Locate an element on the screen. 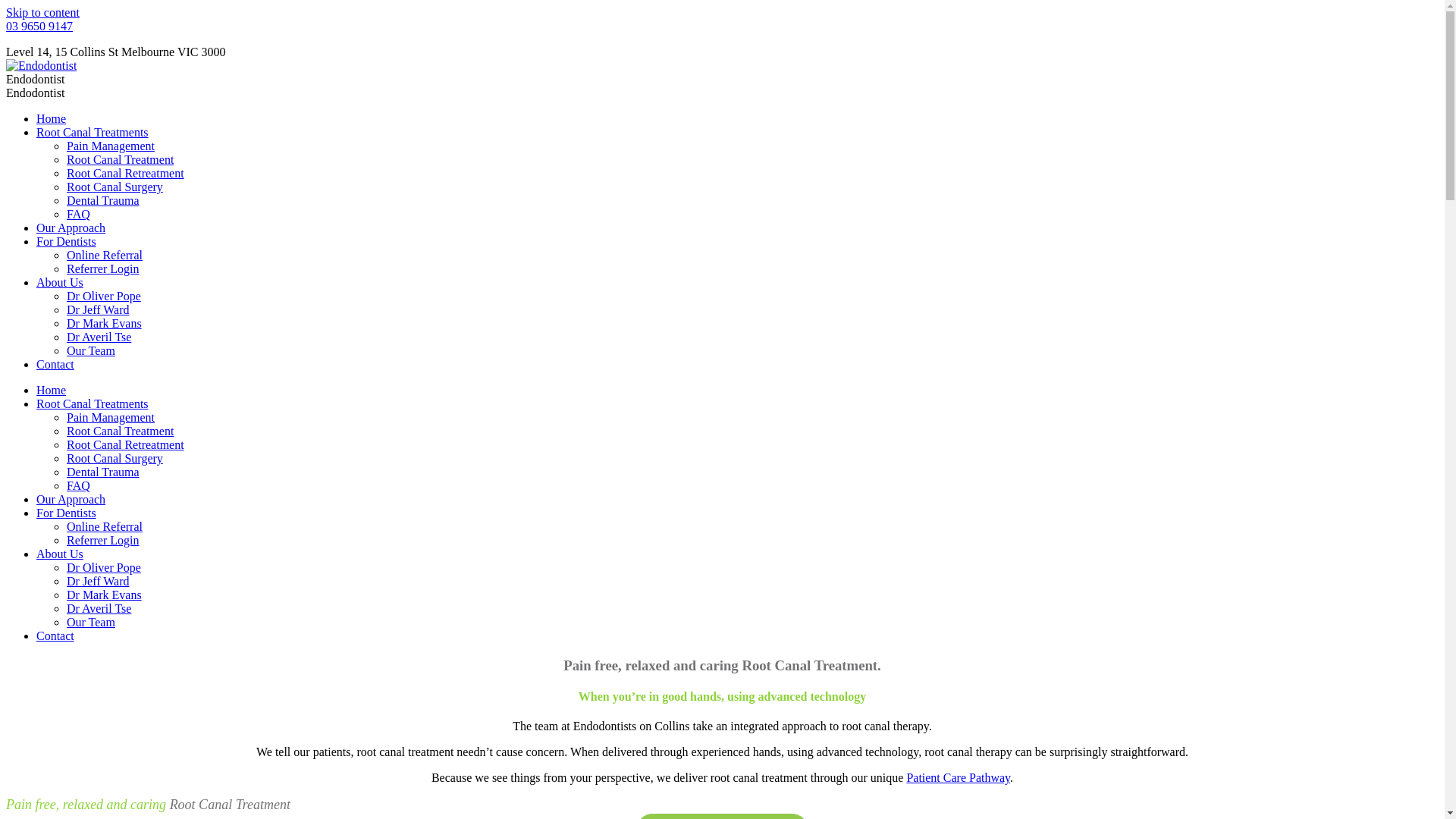 The image size is (1456, 819). 'Dr Averil Tse' is located at coordinates (98, 607).